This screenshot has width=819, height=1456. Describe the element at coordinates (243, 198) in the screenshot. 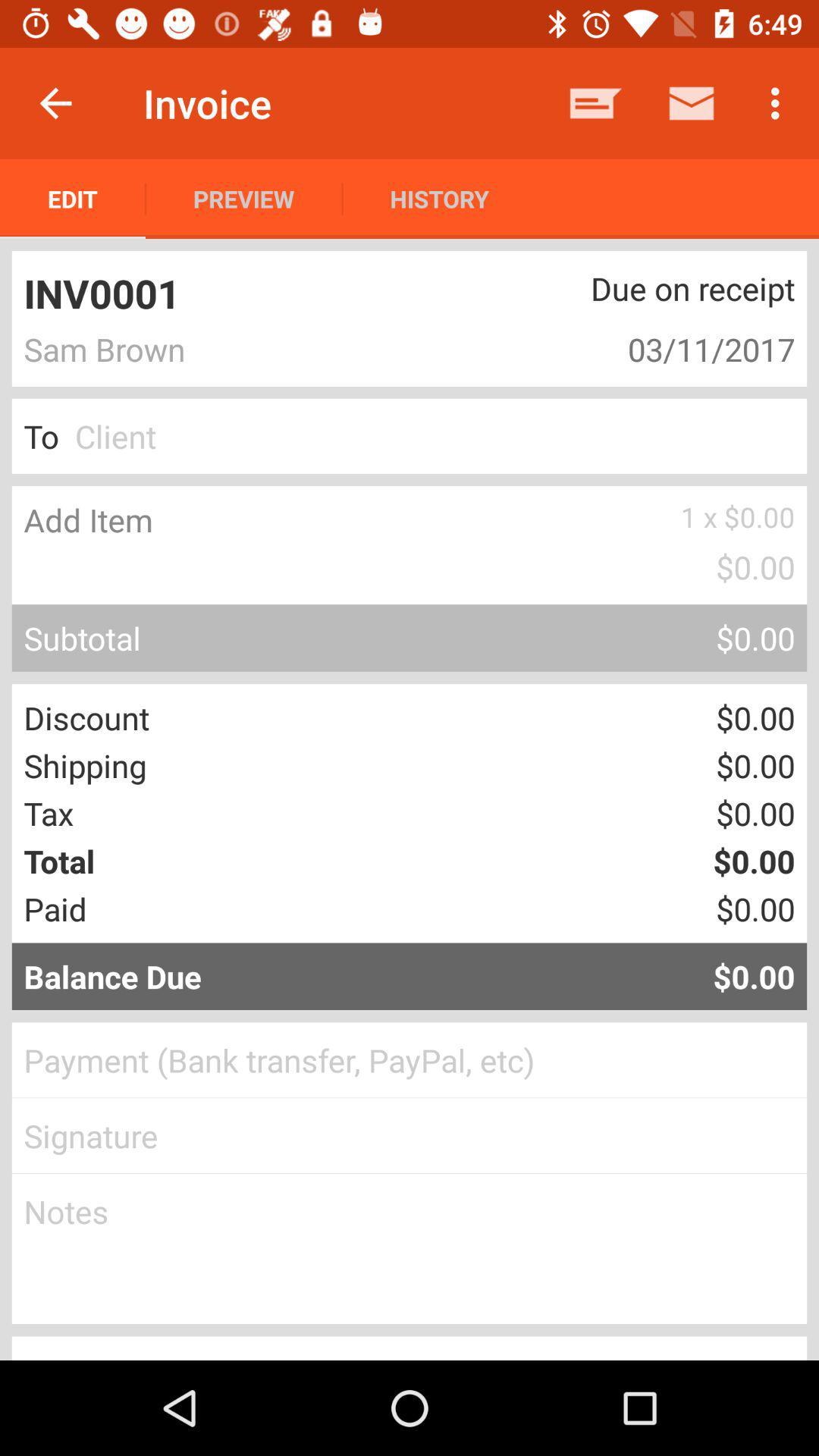

I see `icon below invoice` at that location.